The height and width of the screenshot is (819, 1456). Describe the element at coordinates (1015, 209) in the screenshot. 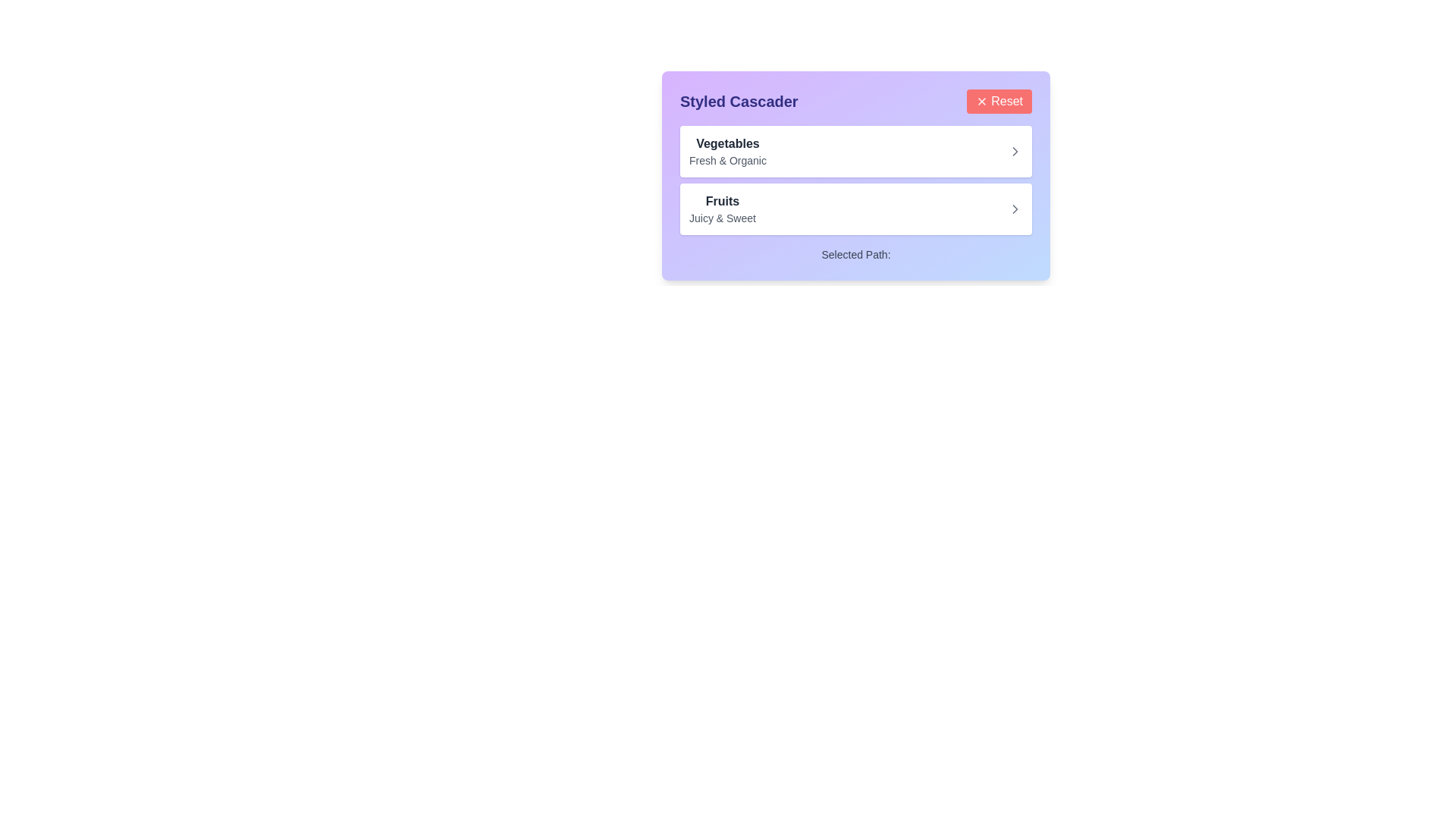

I see `the chevron icon located on the right edge of the 'Fruits' entry` at that location.